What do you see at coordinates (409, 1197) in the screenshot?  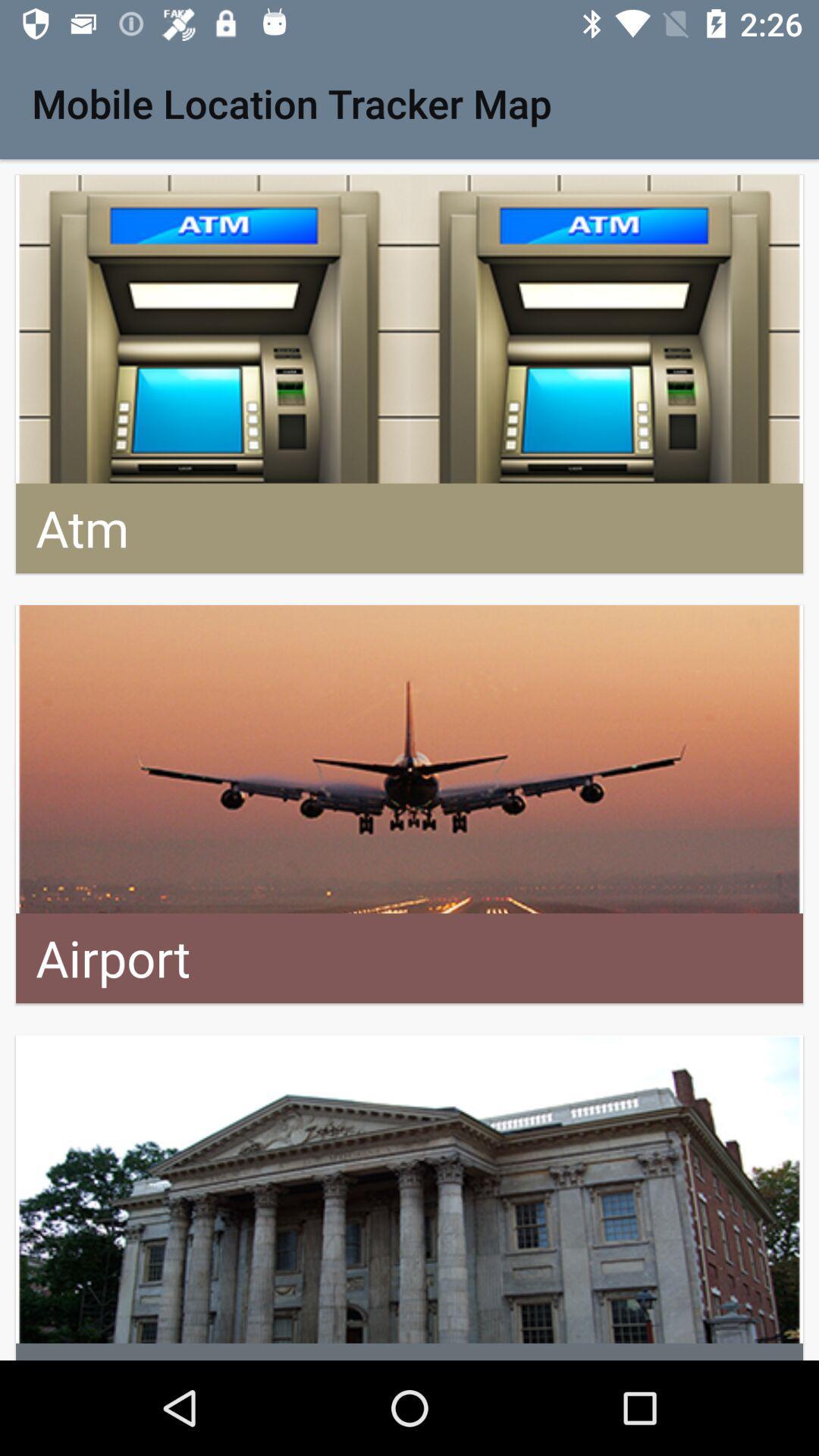 I see `advertisement` at bounding box center [409, 1197].